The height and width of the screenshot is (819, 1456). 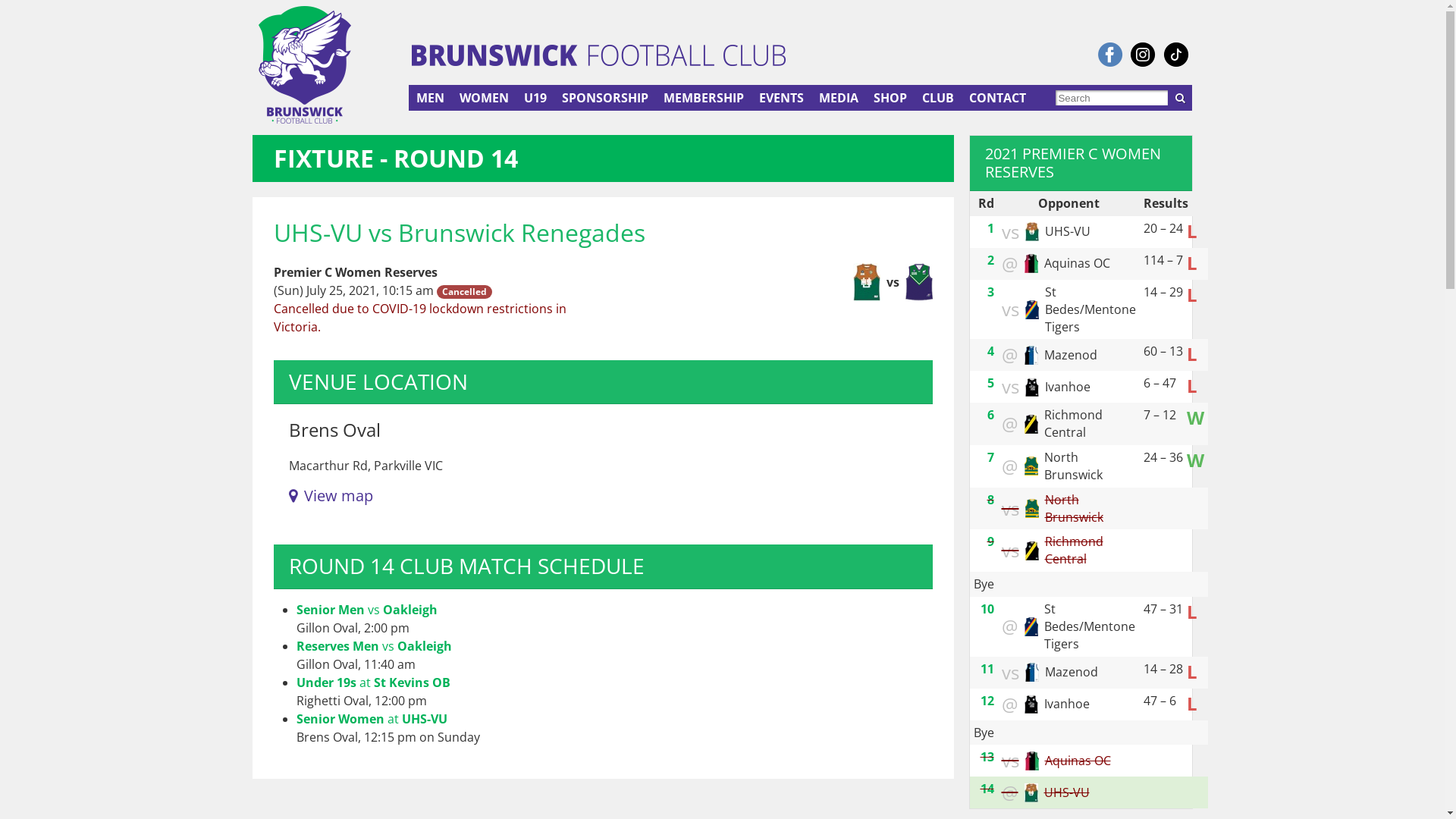 I want to click on 'MEMBERSHIP', so click(x=702, y=97).